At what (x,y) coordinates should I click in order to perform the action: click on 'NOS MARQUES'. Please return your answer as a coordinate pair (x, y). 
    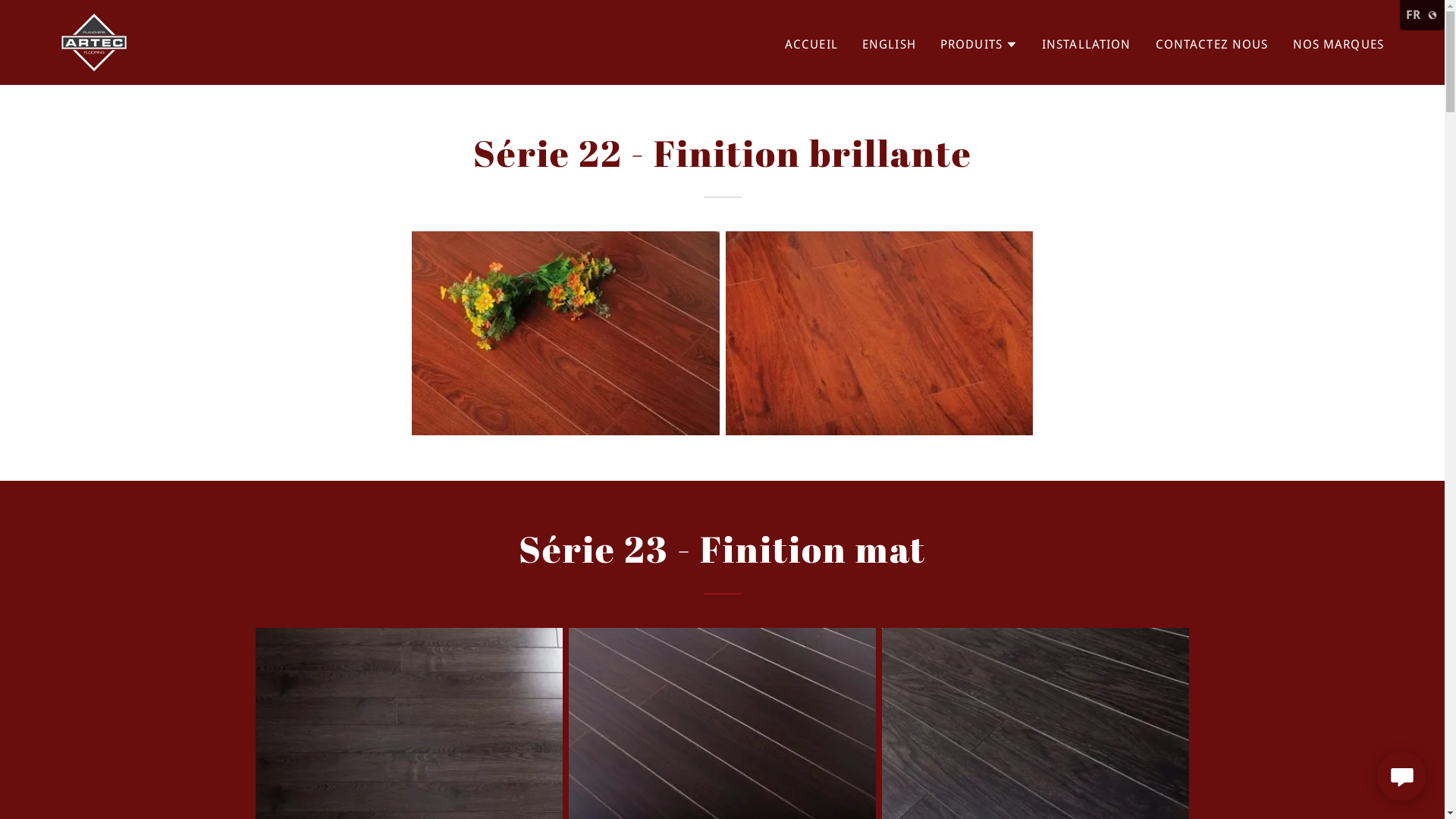
    Looking at the image, I should click on (1287, 42).